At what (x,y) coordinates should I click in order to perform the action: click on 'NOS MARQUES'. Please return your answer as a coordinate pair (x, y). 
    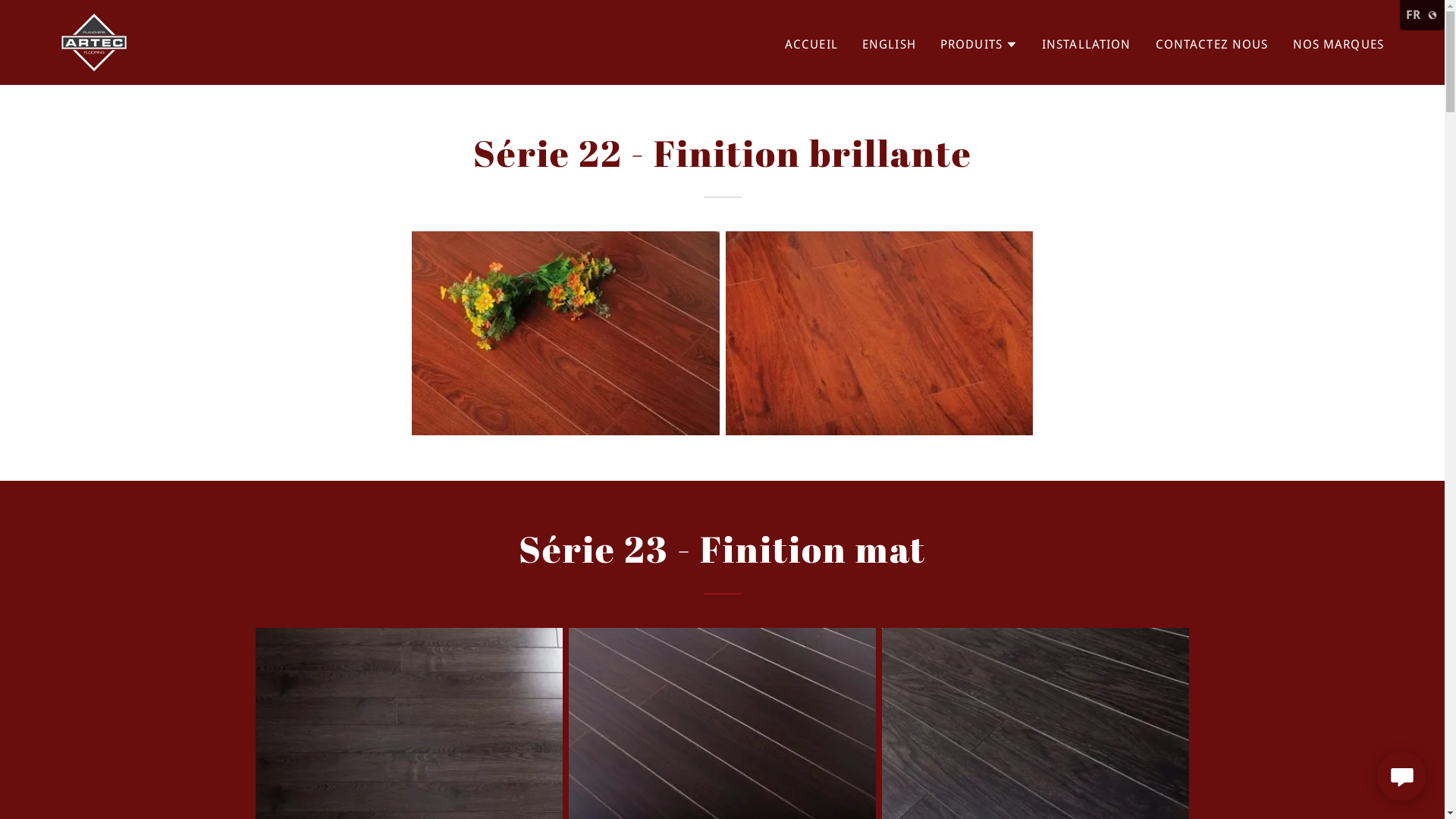
    Looking at the image, I should click on (1287, 42).